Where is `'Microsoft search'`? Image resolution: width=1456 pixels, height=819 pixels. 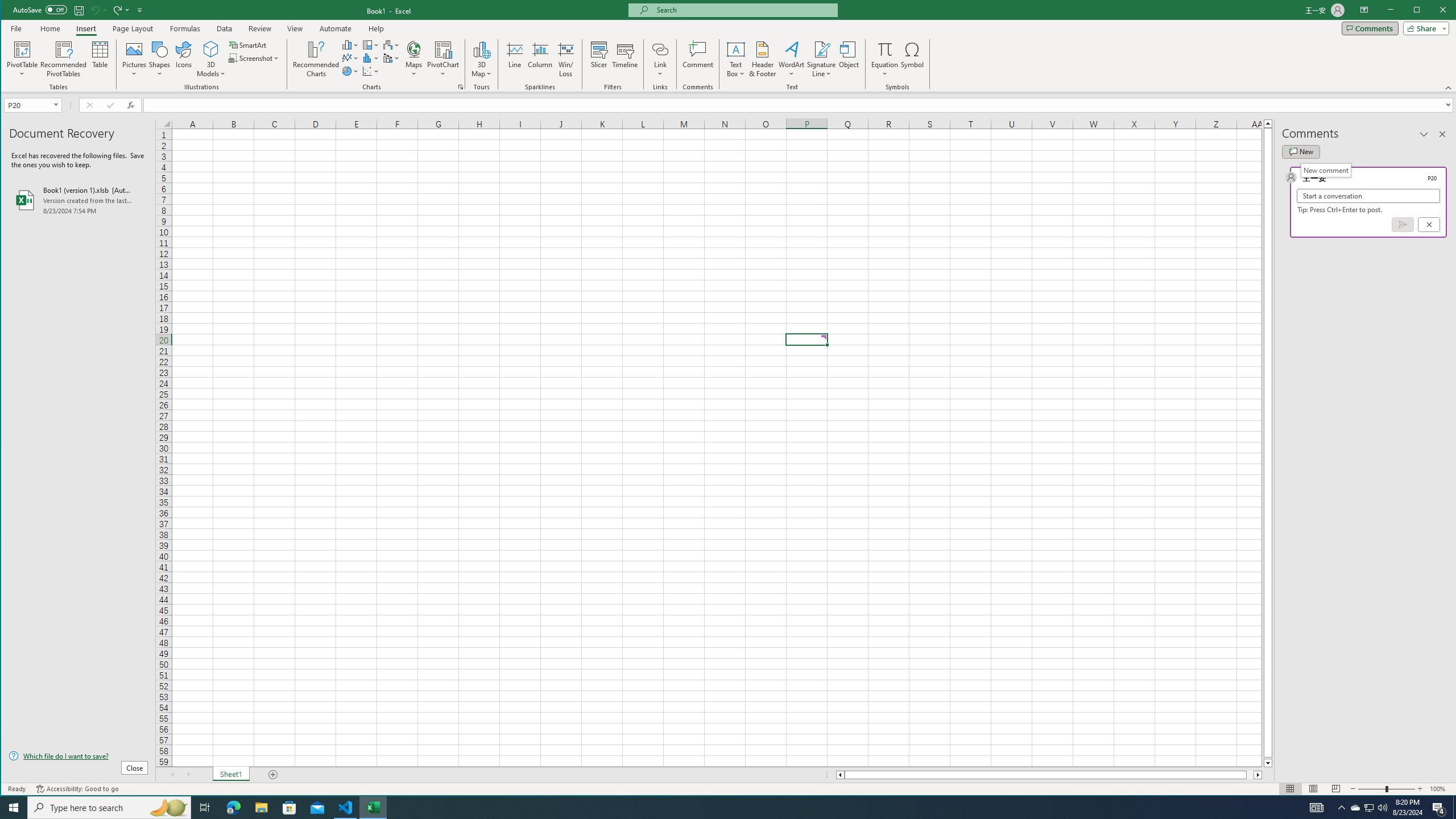
'Microsoft search' is located at coordinates (742, 10).